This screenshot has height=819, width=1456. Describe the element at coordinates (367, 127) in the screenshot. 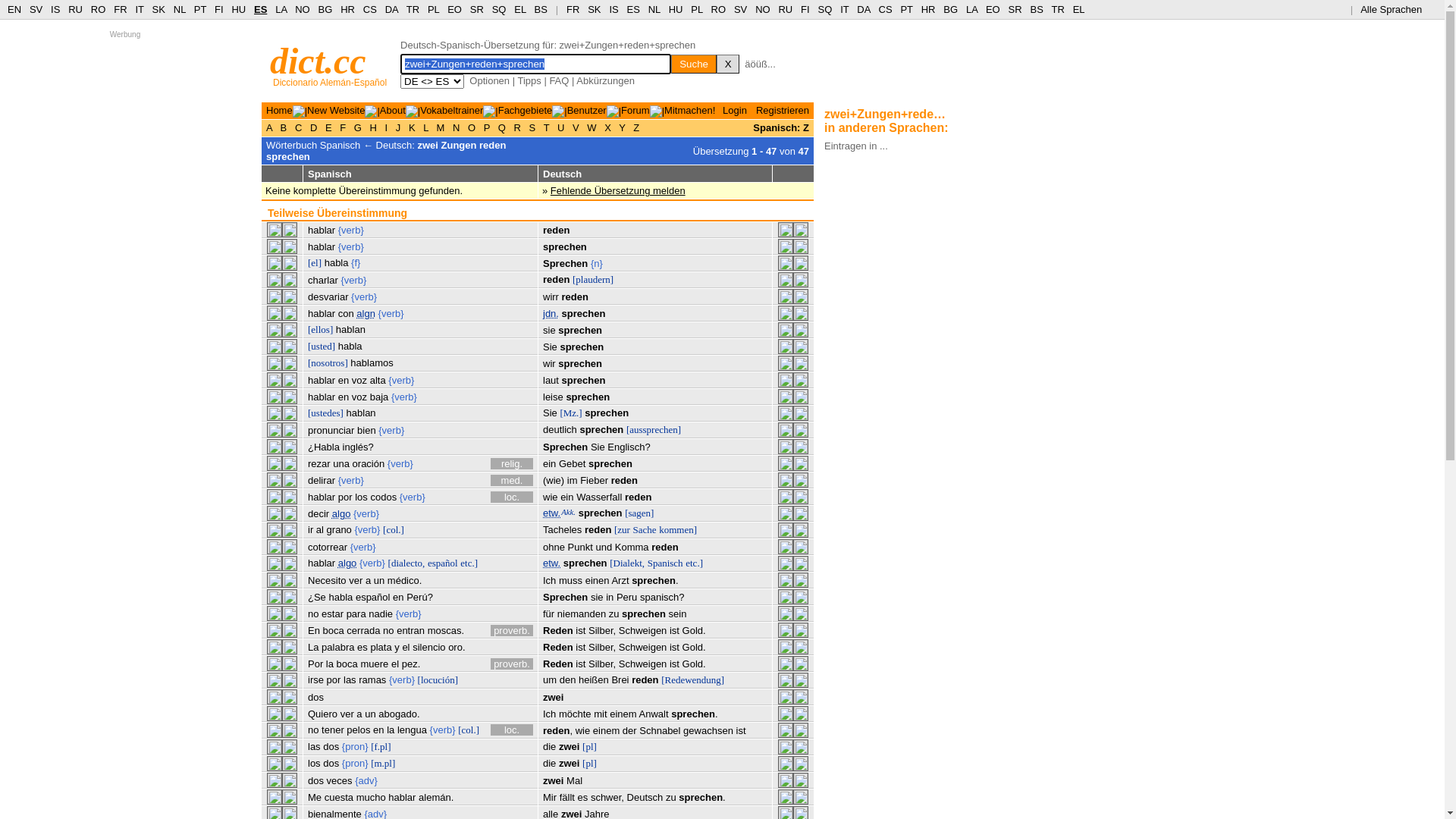

I see `'H'` at that location.